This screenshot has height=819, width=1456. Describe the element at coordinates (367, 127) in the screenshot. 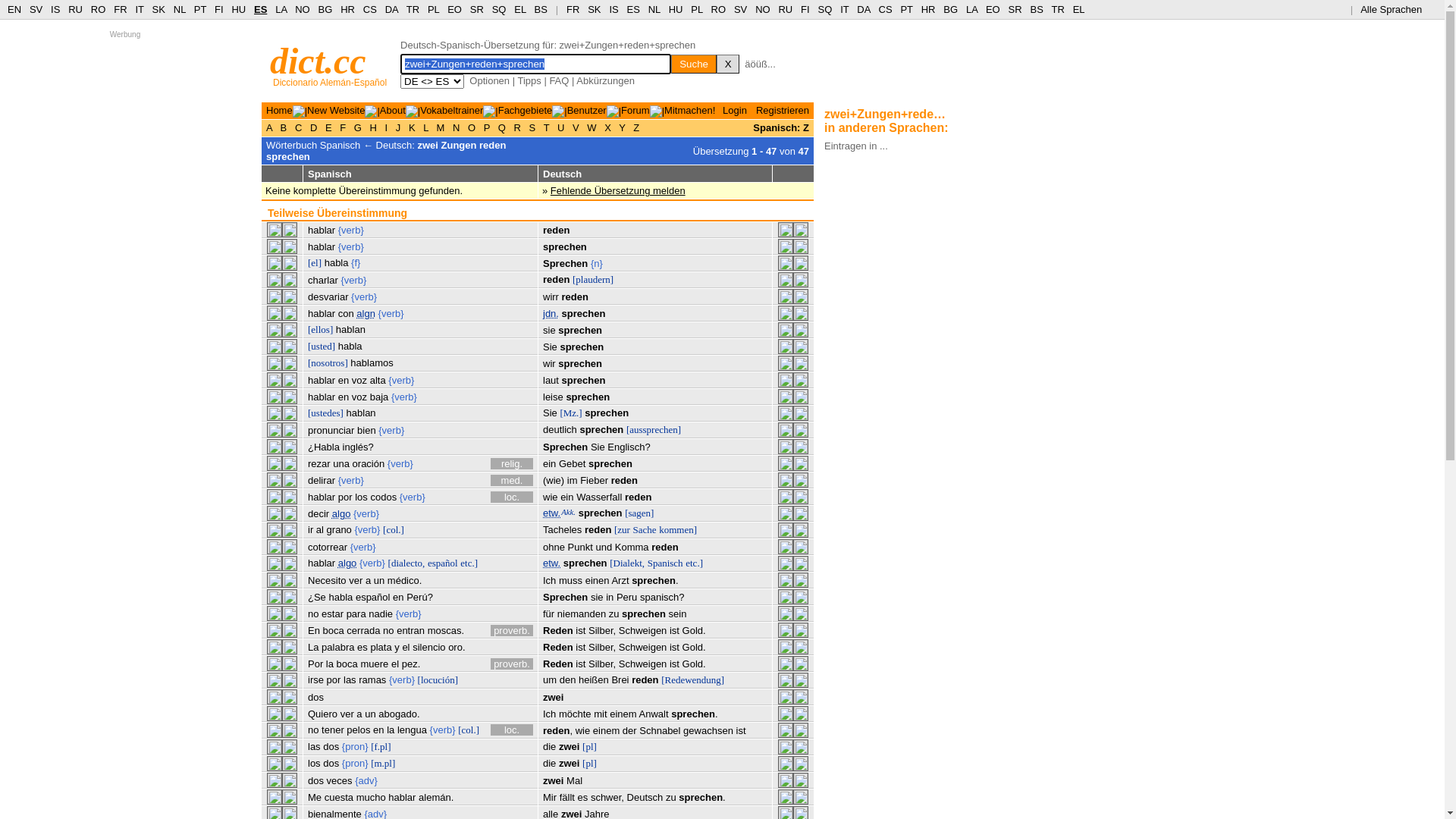

I see `'H'` at that location.